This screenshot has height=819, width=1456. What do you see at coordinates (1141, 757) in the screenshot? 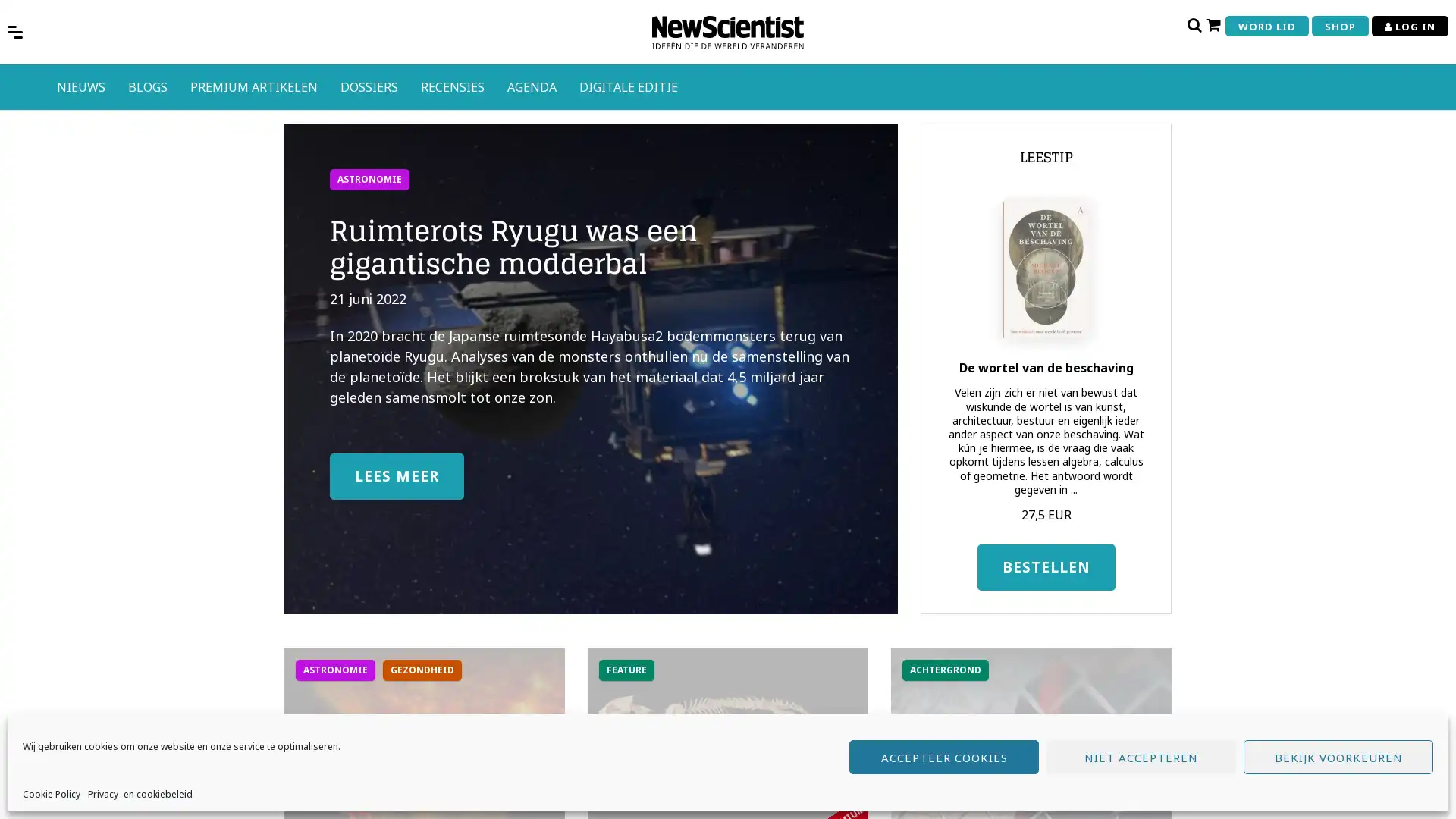
I see `NIET ACCEPTEREN` at bounding box center [1141, 757].